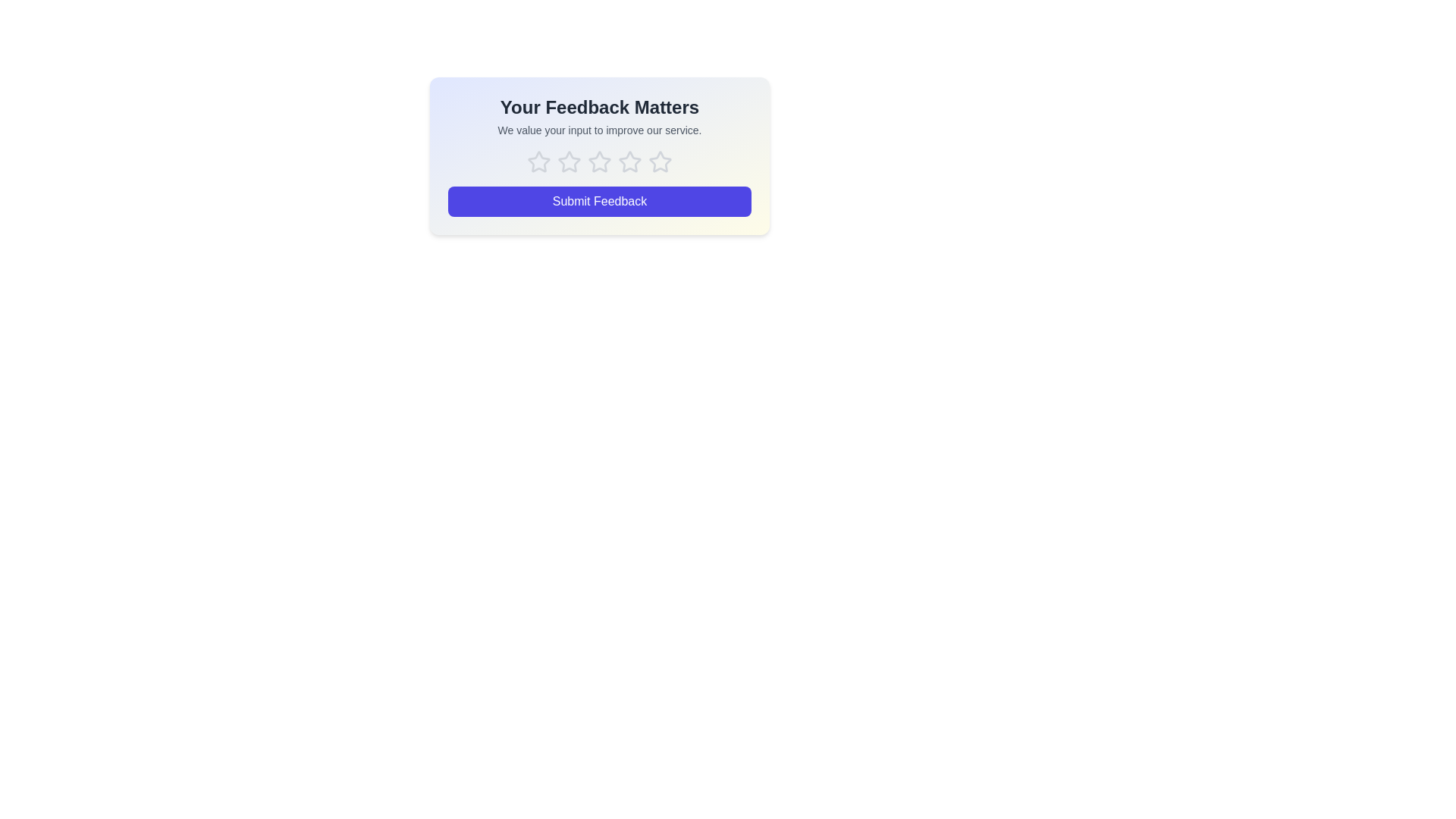 This screenshot has width=1456, height=819. What do you see at coordinates (538, 162) in the screenshot?
I see `the leftmost star icon in the feedback rating UI` at bounding box center [538, 162].